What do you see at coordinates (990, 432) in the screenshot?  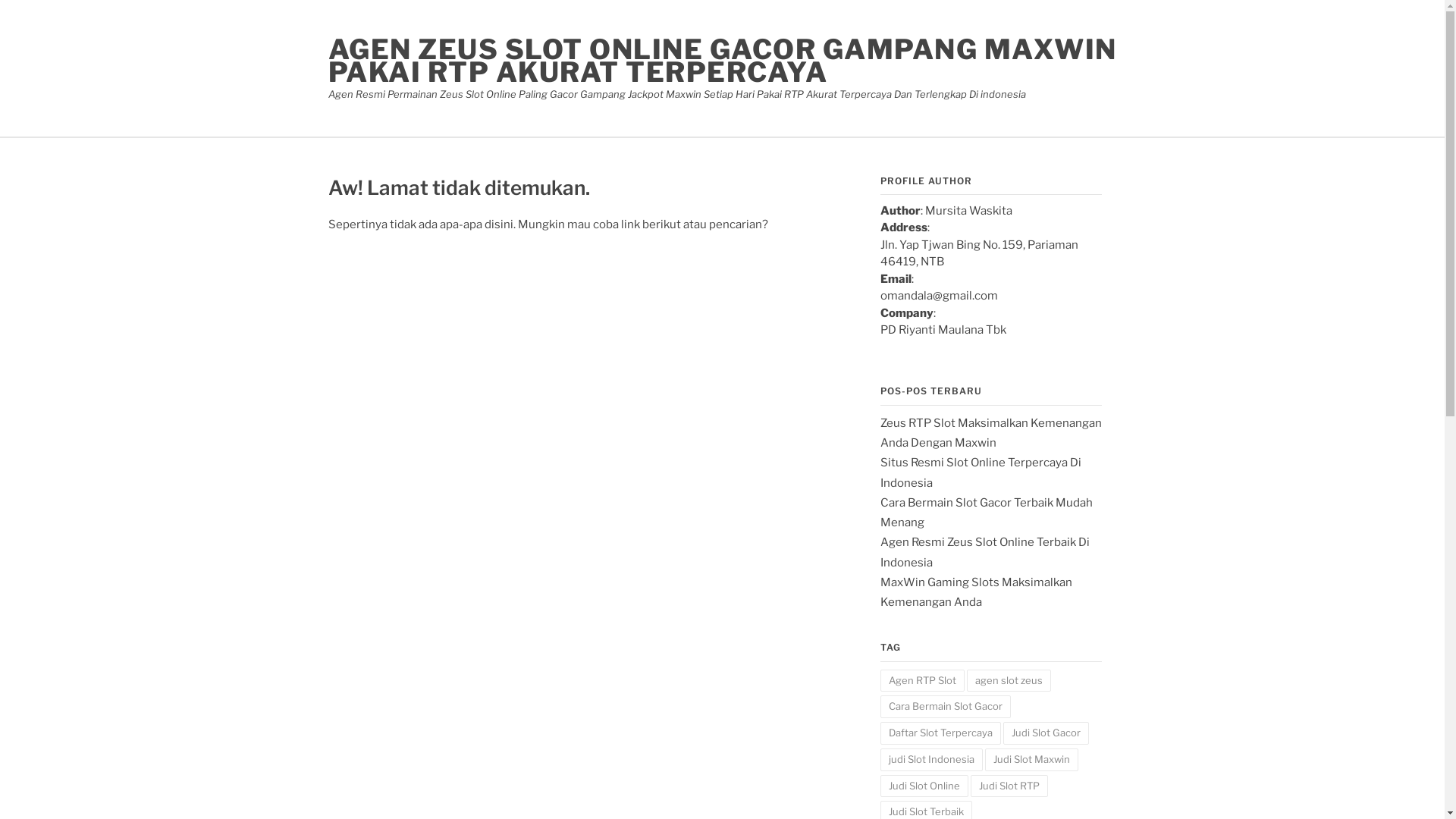 I see `'Zeus RTP Slot Maksimalkan Kemenangan Anda Dengan Maxwin'` at bounding box center [990, 432].